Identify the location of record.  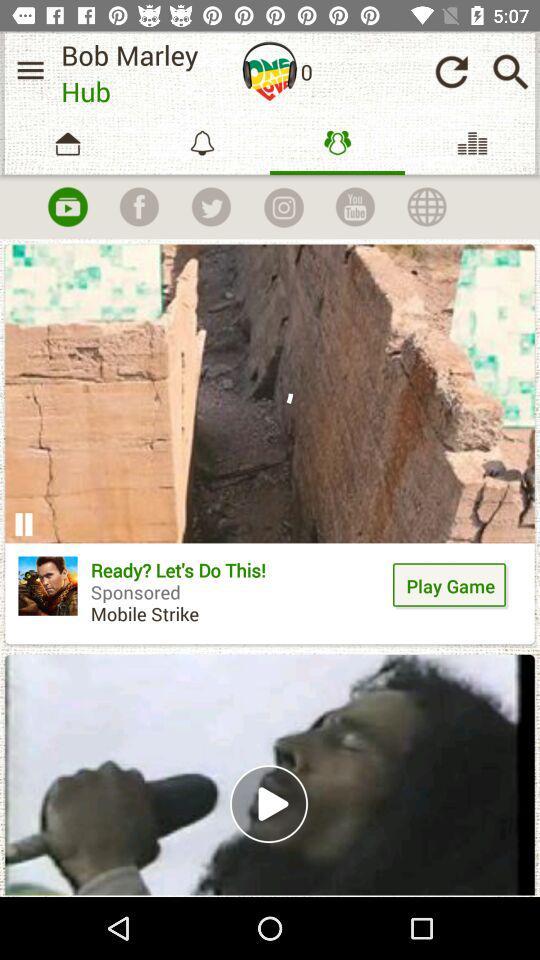
(67, 207).